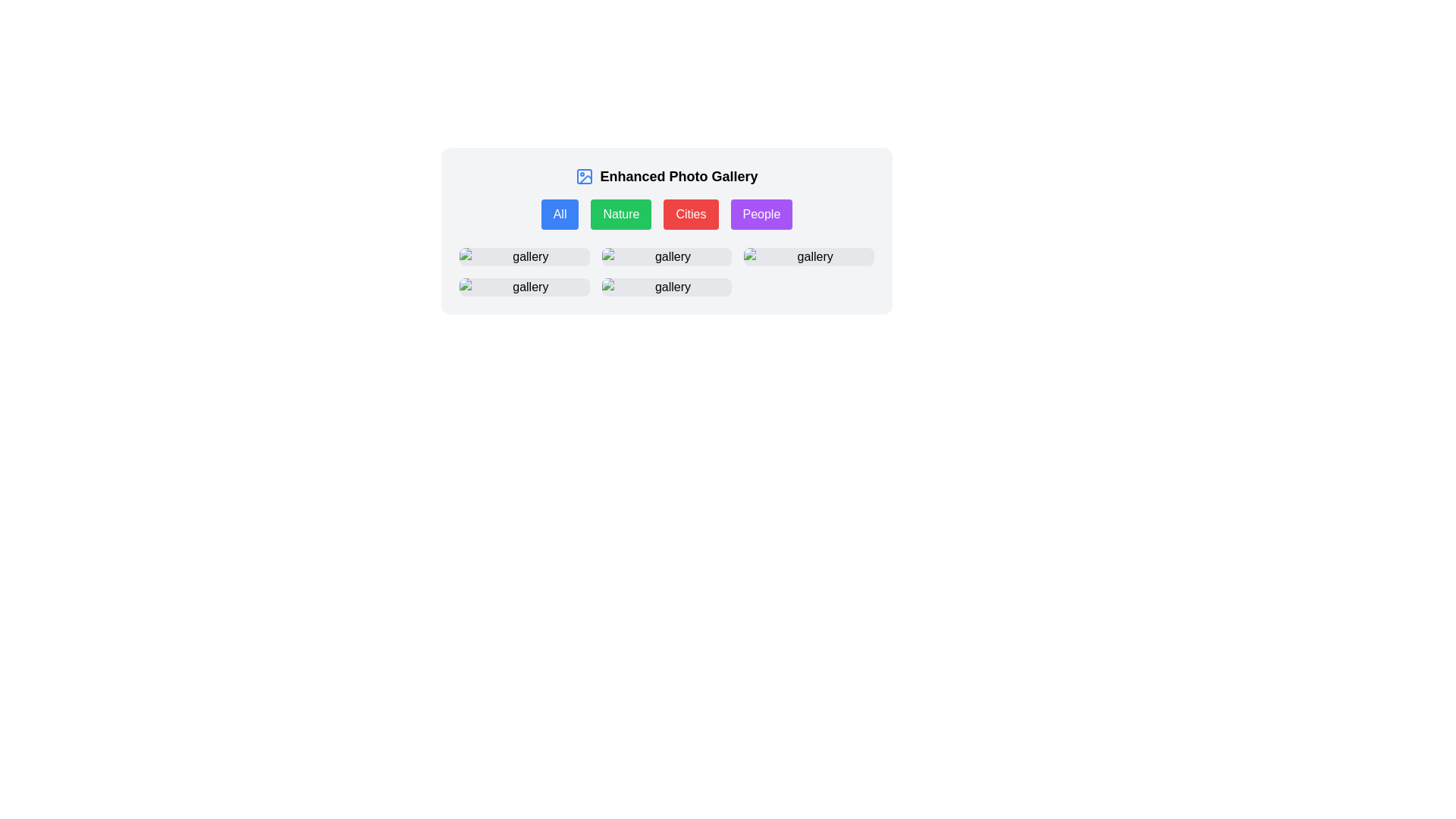 This screenshot has width=1456, height=819. Describe the element at coordinates (667, 231) in the screenshot. I see `the 'Cities' filter button located below the title 'Enhanced Photo Gallery' to filter the displayed content` at that location.